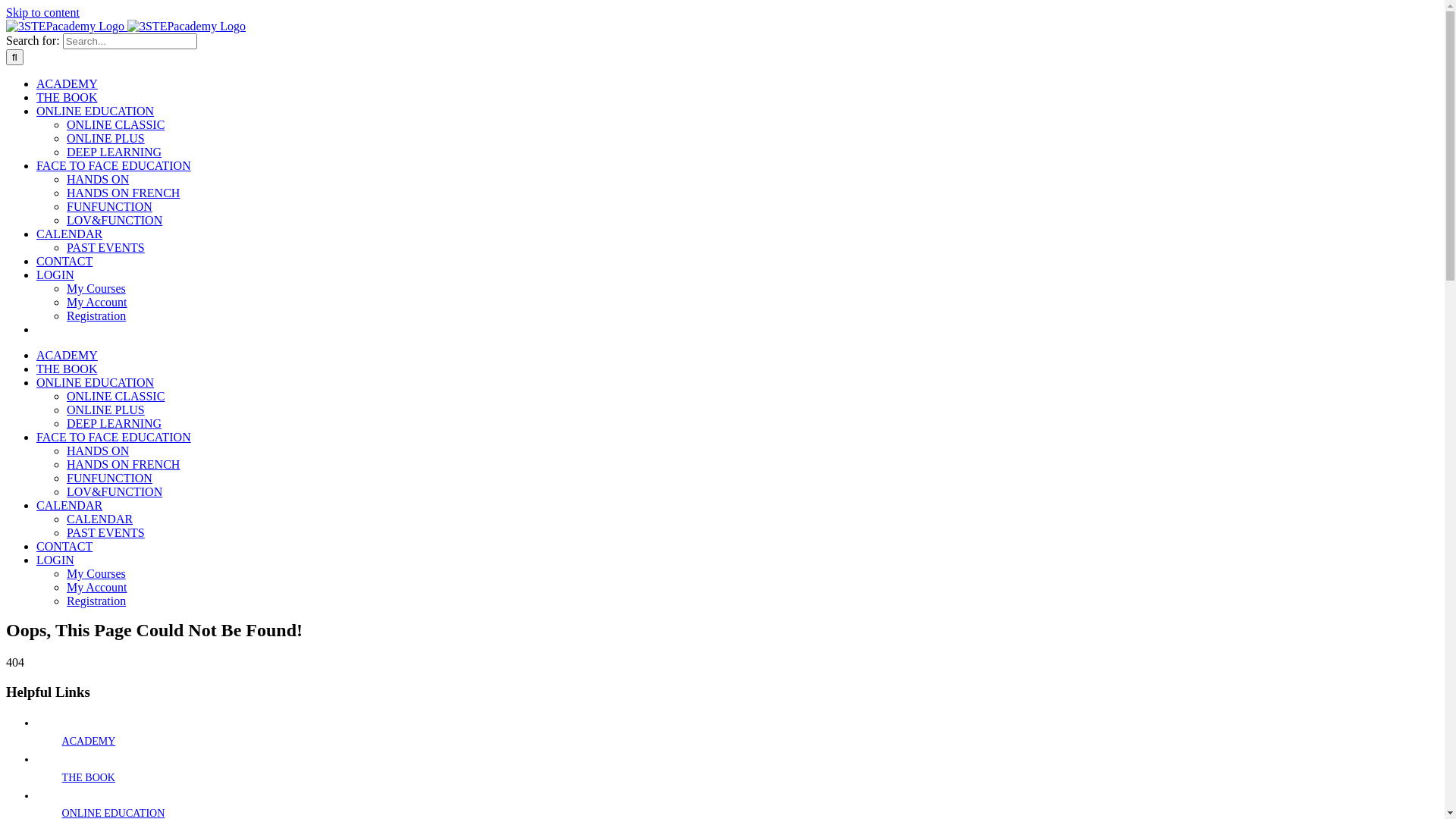 The image size is (1456, 819). I want to click on 'My Account', so click(96, 302).